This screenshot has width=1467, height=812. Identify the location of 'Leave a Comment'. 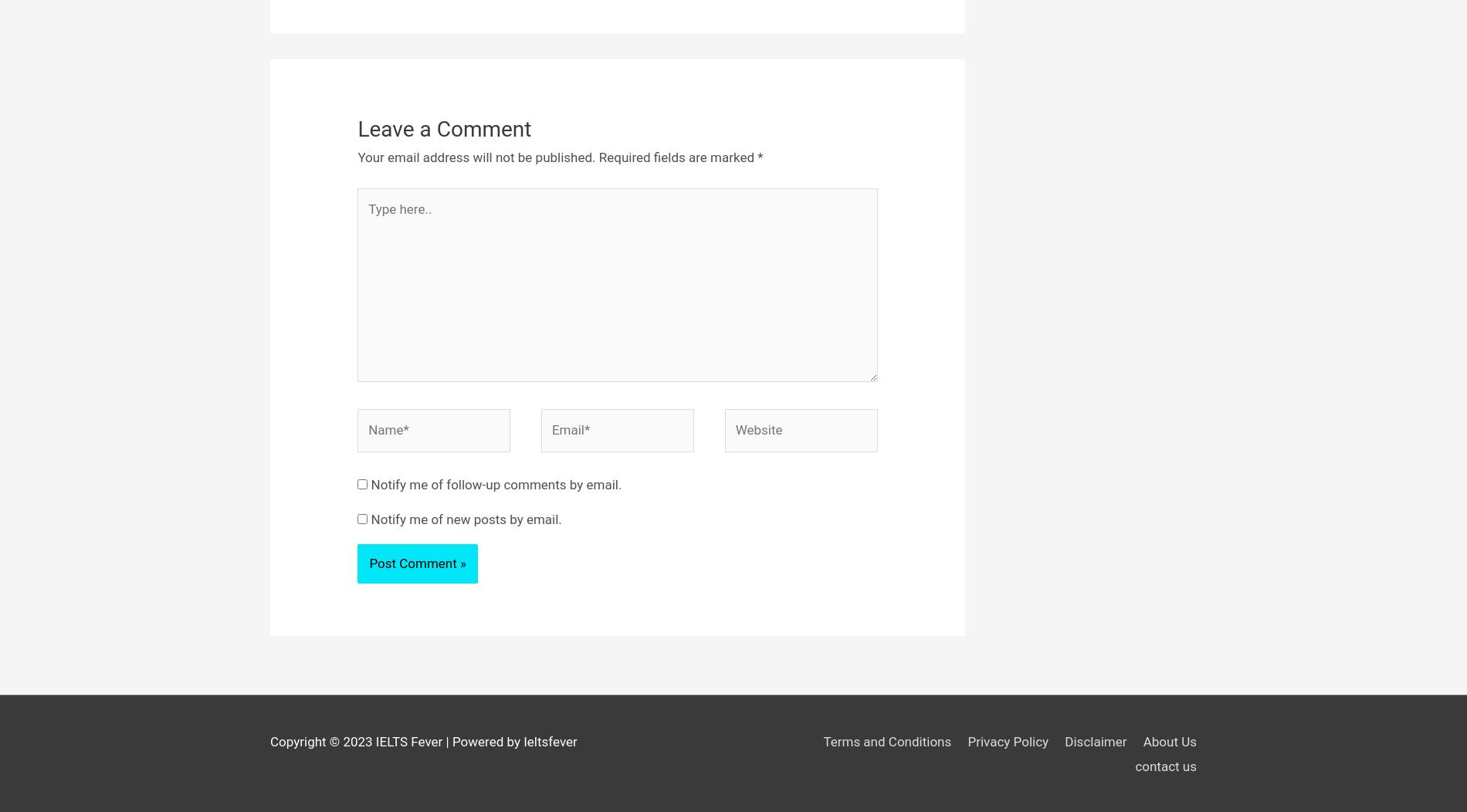
(444, 127).